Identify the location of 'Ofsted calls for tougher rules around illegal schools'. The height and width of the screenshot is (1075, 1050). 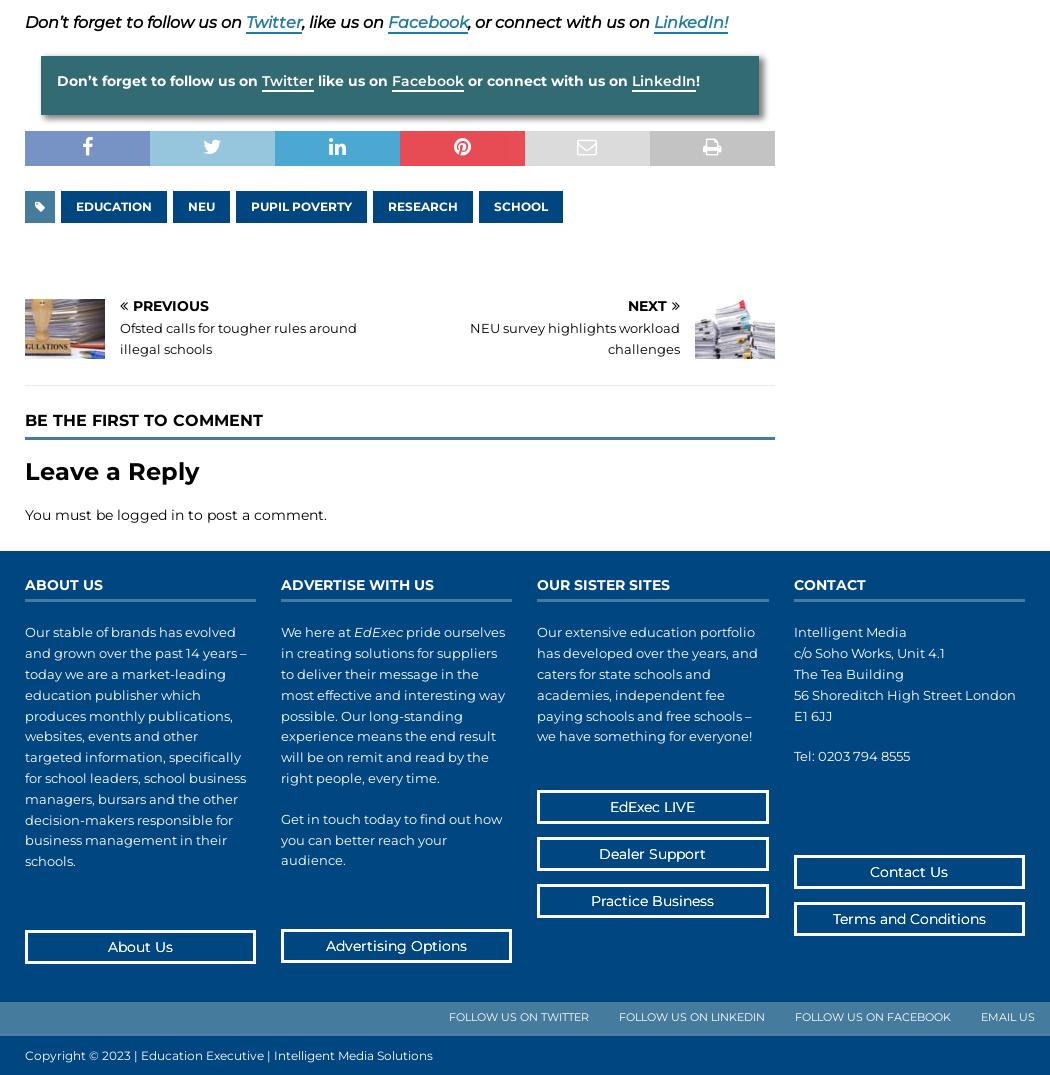
(238, 337).